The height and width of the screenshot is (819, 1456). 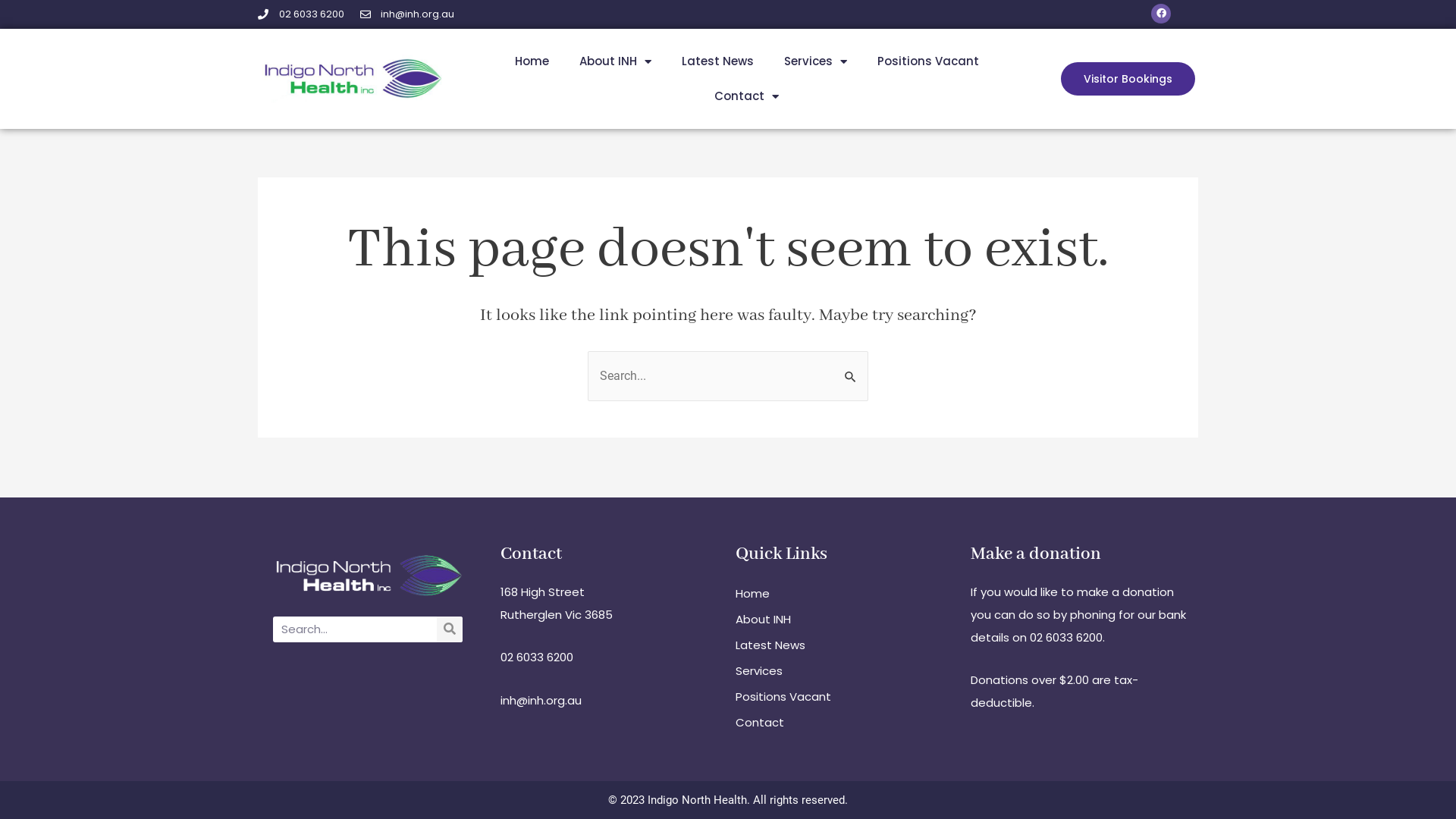 I want to click on 'inh@inh.org.au', so click(x=406, y=14).